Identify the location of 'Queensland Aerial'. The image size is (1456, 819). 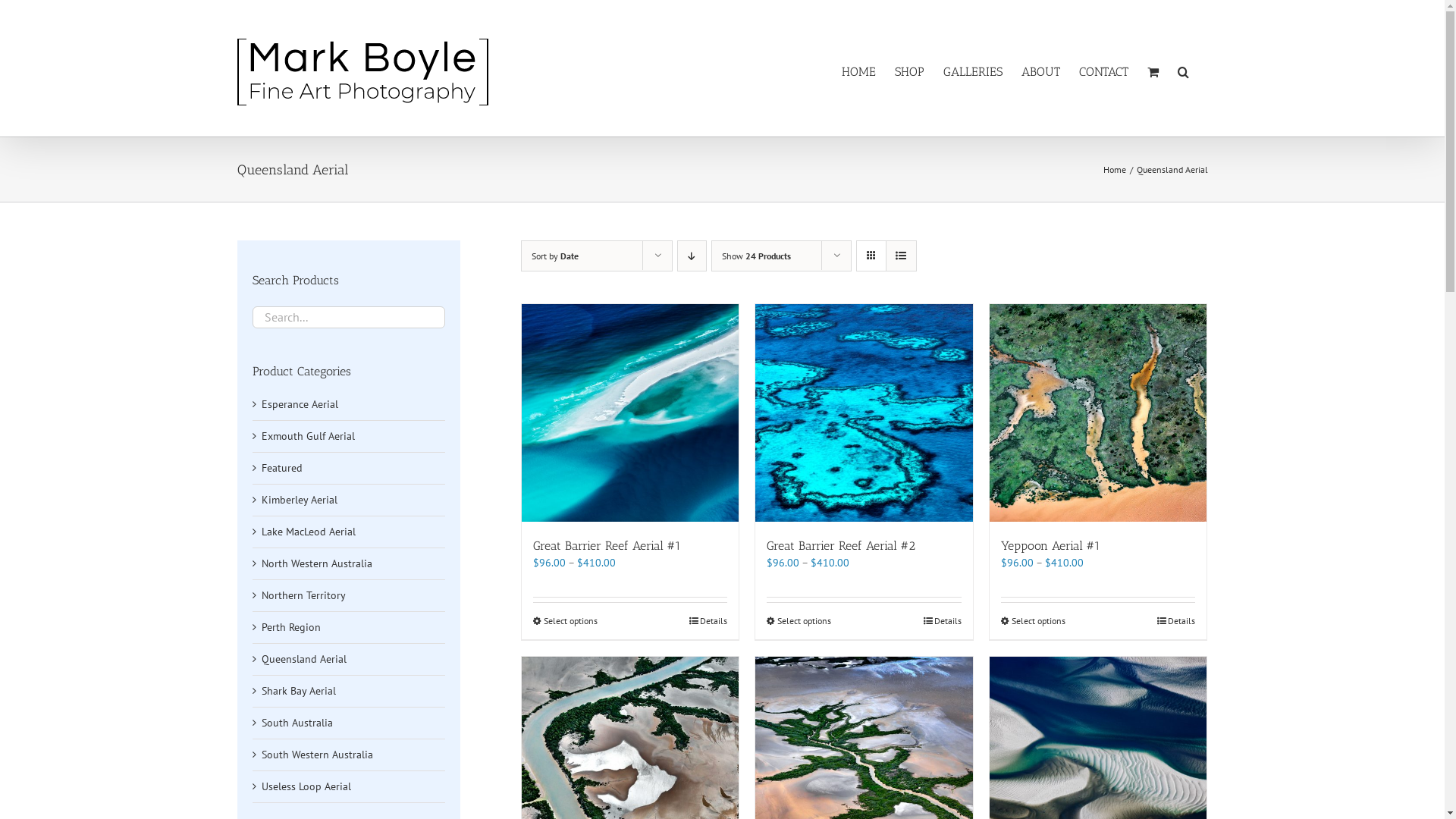
(303, 657).